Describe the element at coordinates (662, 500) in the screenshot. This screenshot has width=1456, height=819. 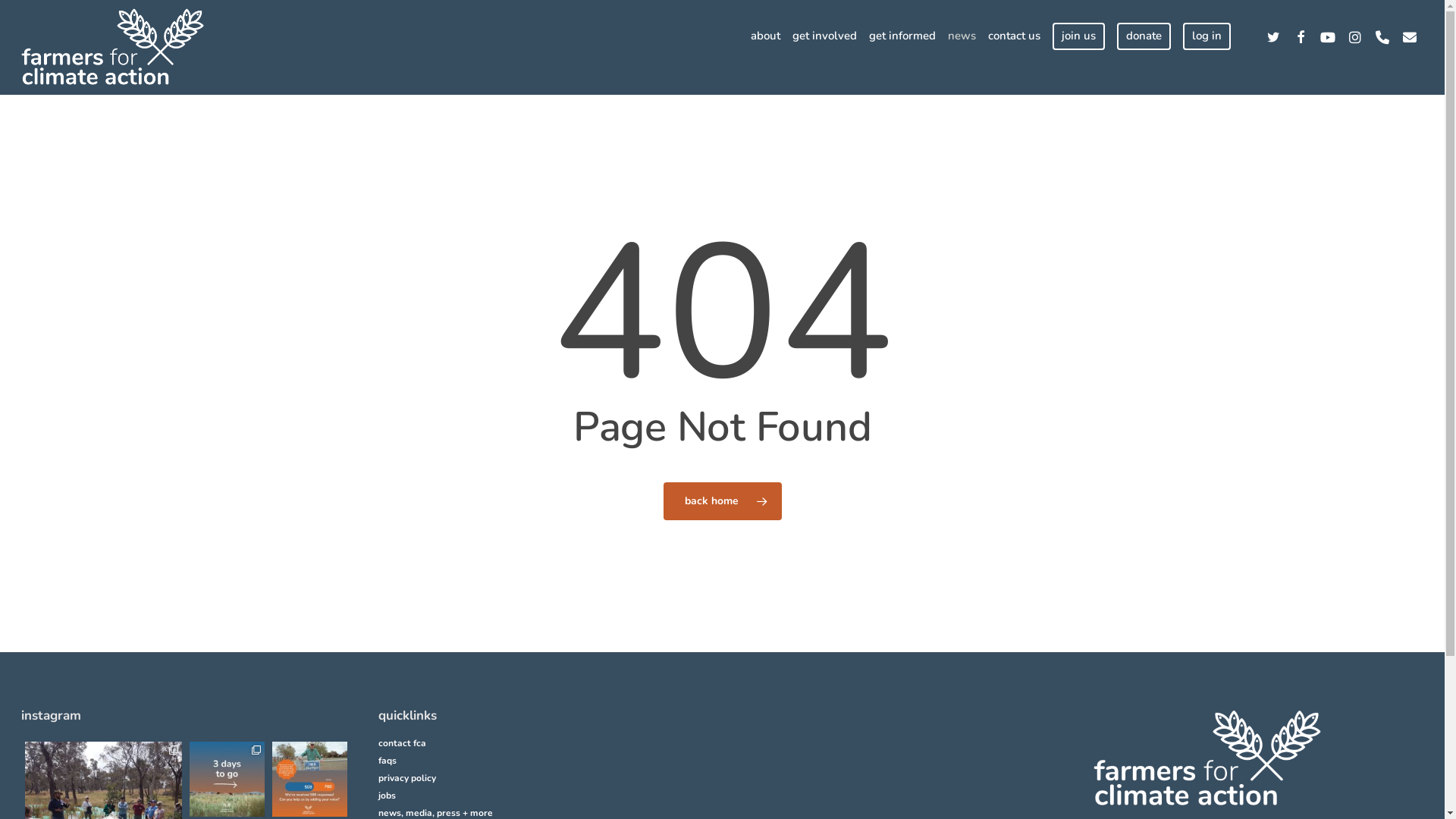
I see `'back home'` at that location.